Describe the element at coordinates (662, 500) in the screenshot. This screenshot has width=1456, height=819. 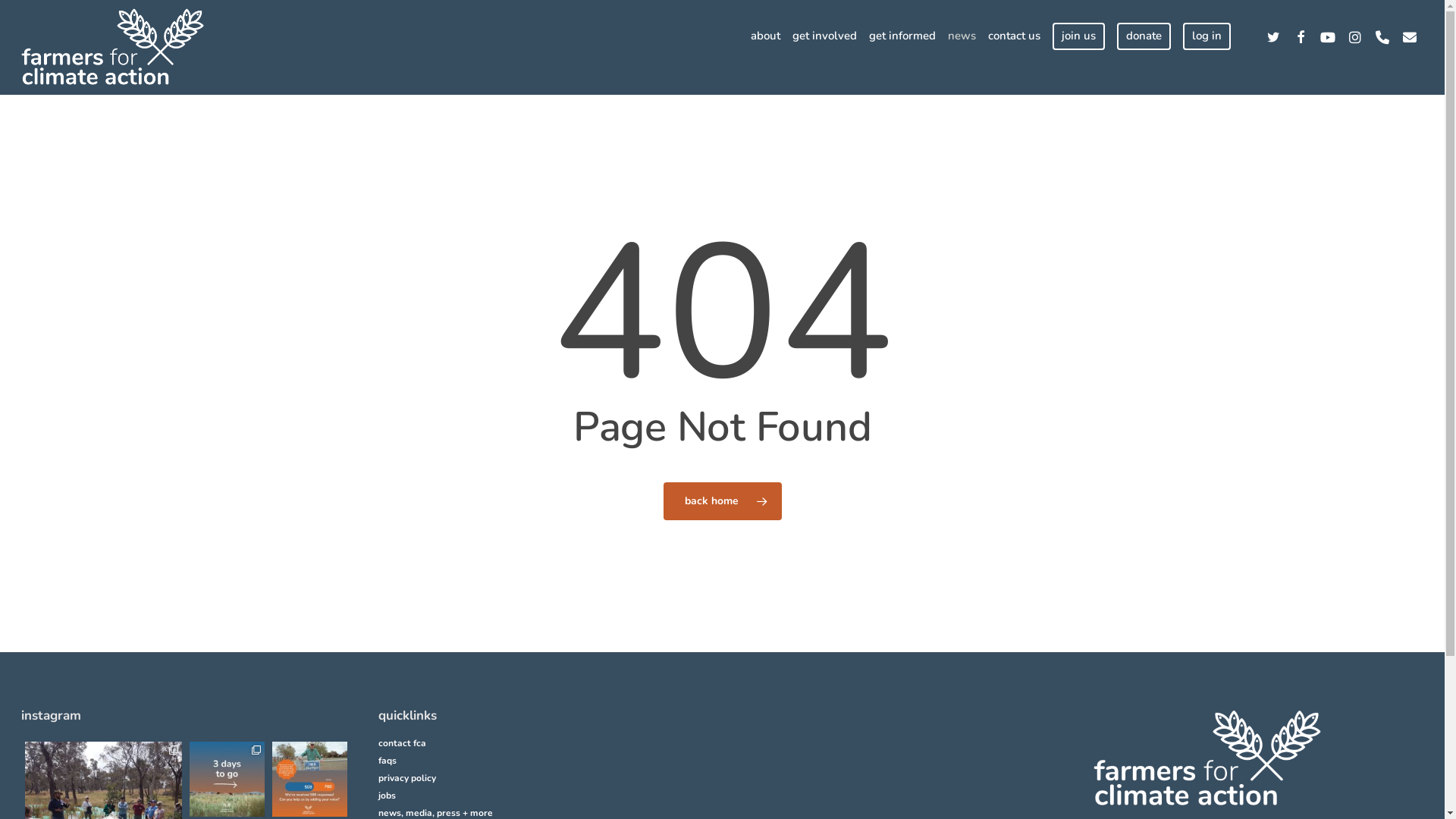
I see `'back home'` at that location.